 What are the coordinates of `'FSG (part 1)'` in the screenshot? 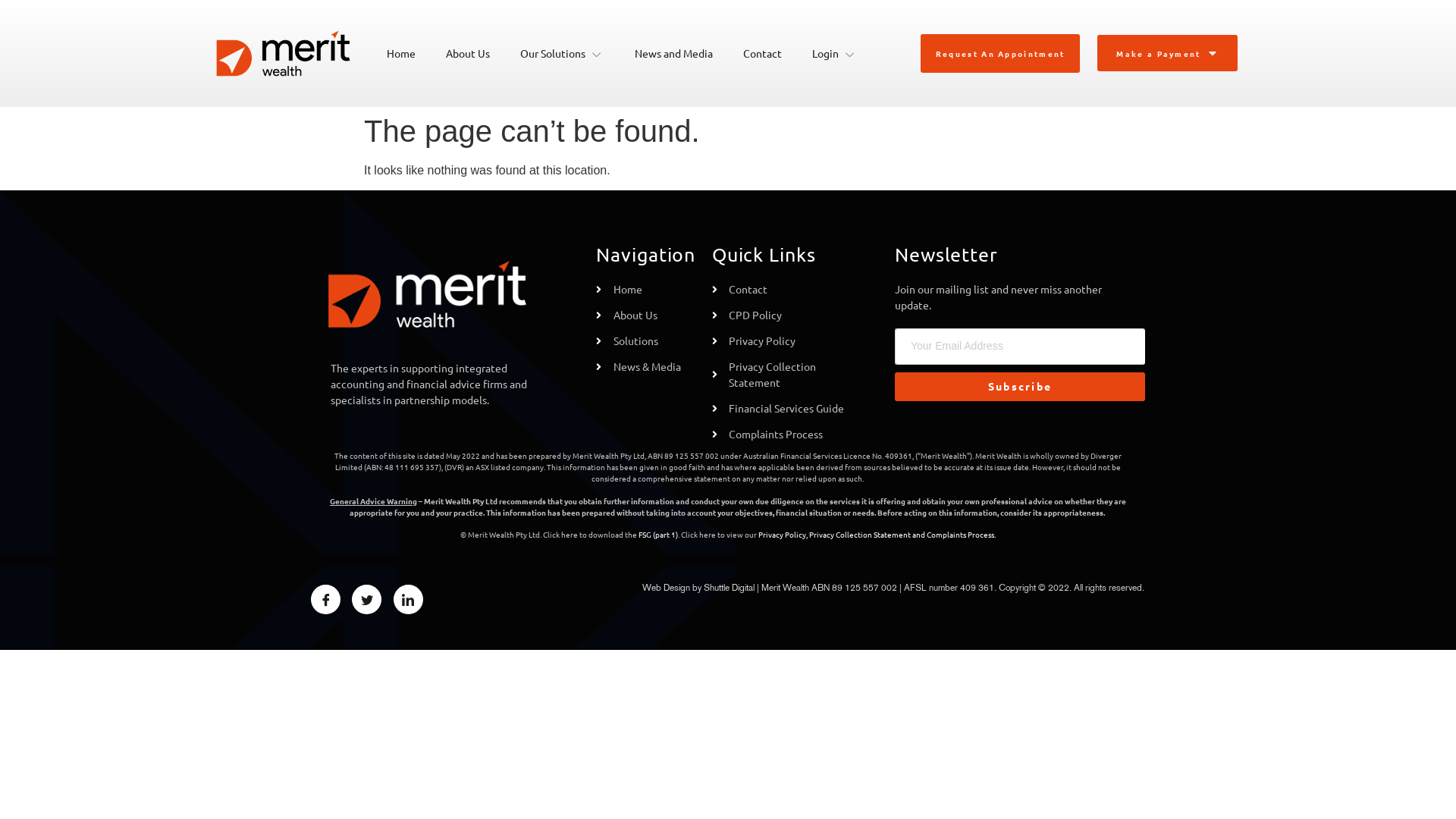 It's located at (658, 533).